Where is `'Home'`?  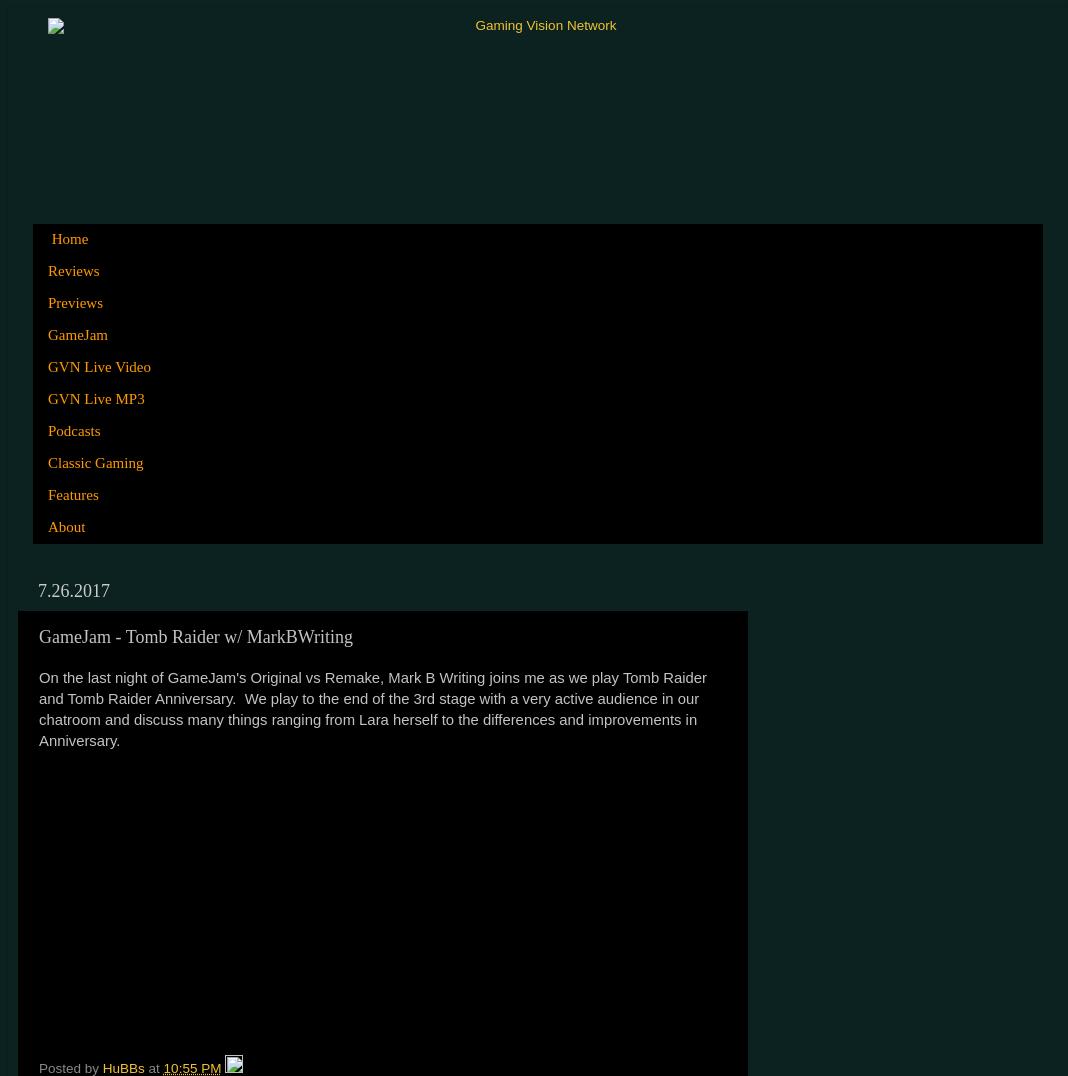 'Home' is located at coordinates (68, 238).